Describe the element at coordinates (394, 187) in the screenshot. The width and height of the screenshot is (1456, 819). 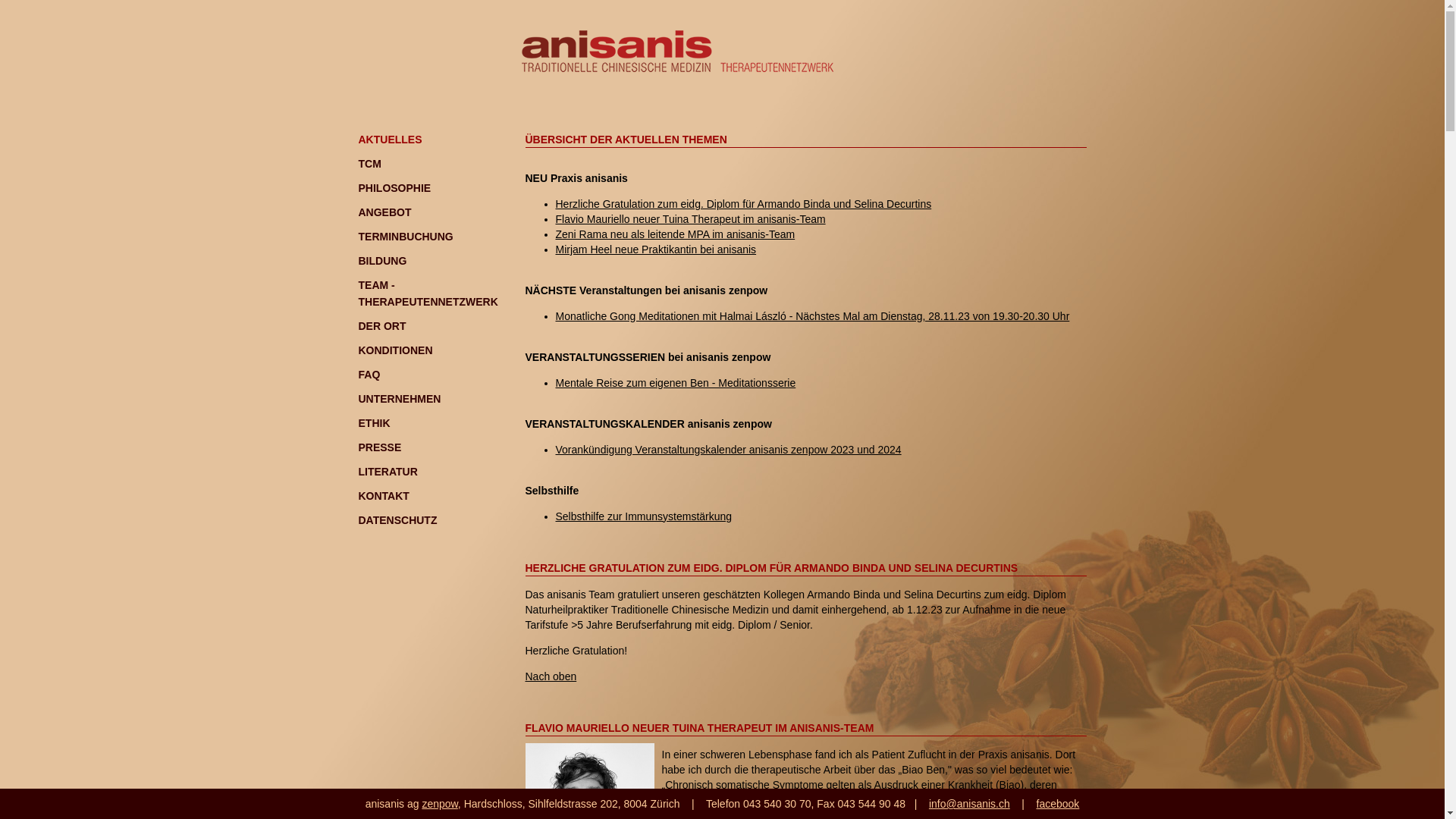
I see `'PHILOSOPHIE'` at that location.